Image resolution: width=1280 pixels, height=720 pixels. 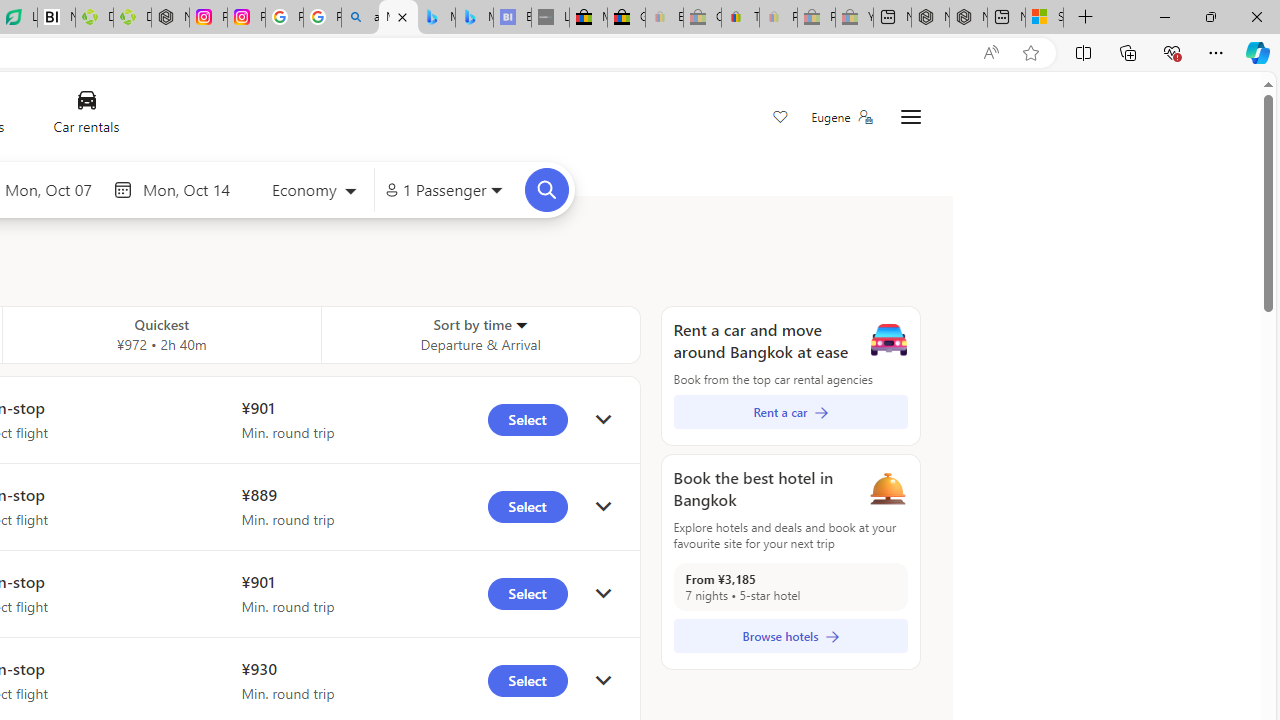 What do you see at coordinates (968, 17) in the screenshot?
I see `'Nordace - Summer Adventures 2024'` at bounding box center [968, 17].